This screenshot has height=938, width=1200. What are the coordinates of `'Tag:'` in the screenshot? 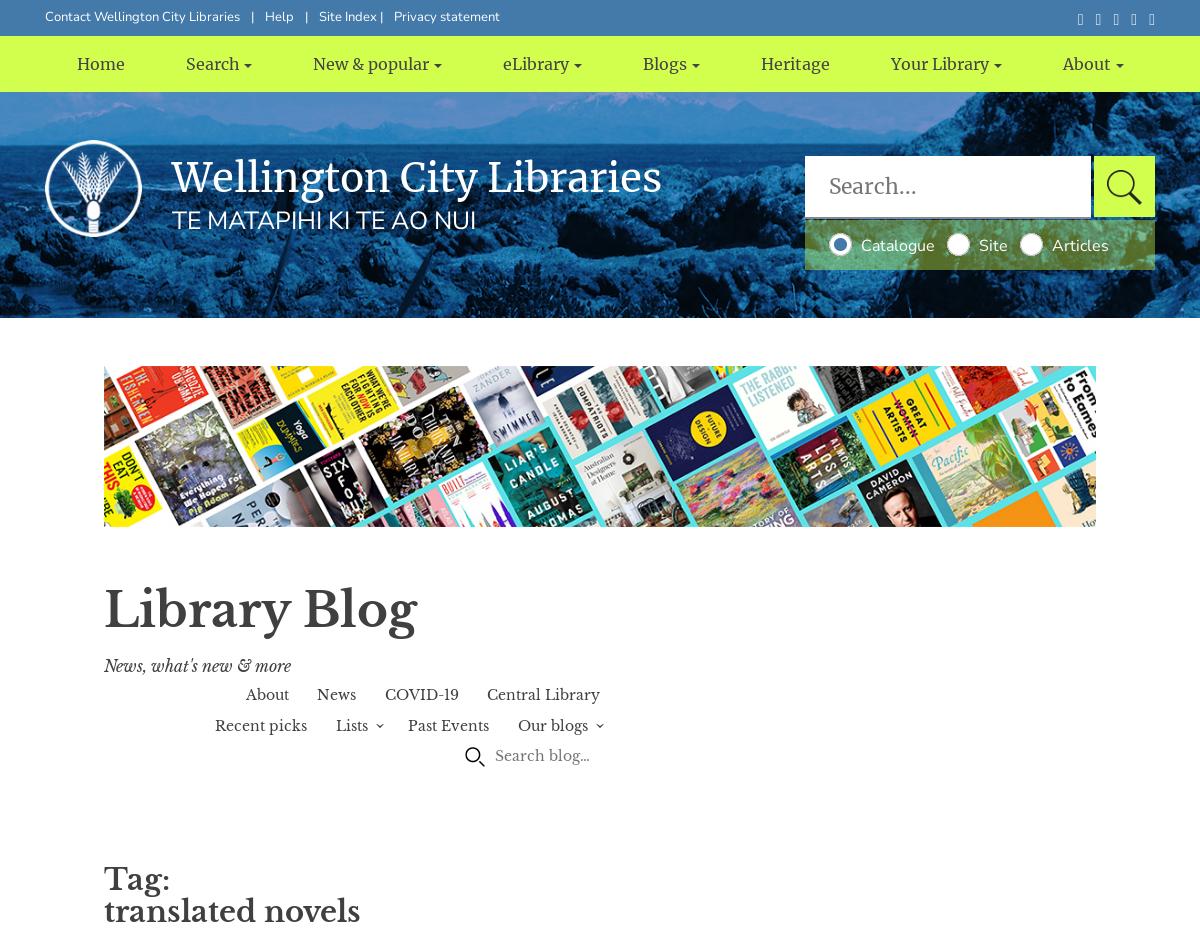 It's located at (137, 880).